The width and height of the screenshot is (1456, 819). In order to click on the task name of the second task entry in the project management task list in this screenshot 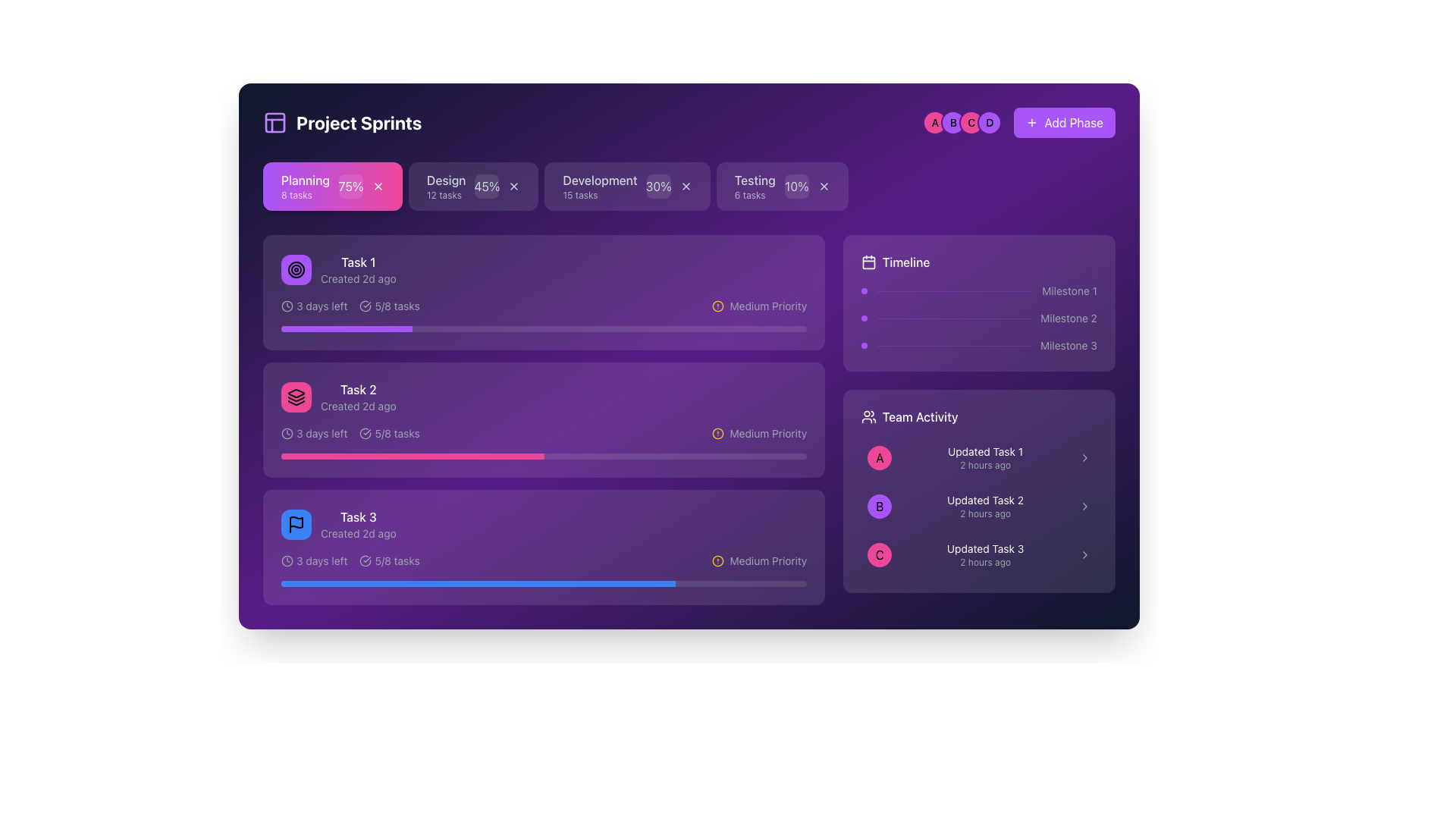, I will do `click(337, 397)`.